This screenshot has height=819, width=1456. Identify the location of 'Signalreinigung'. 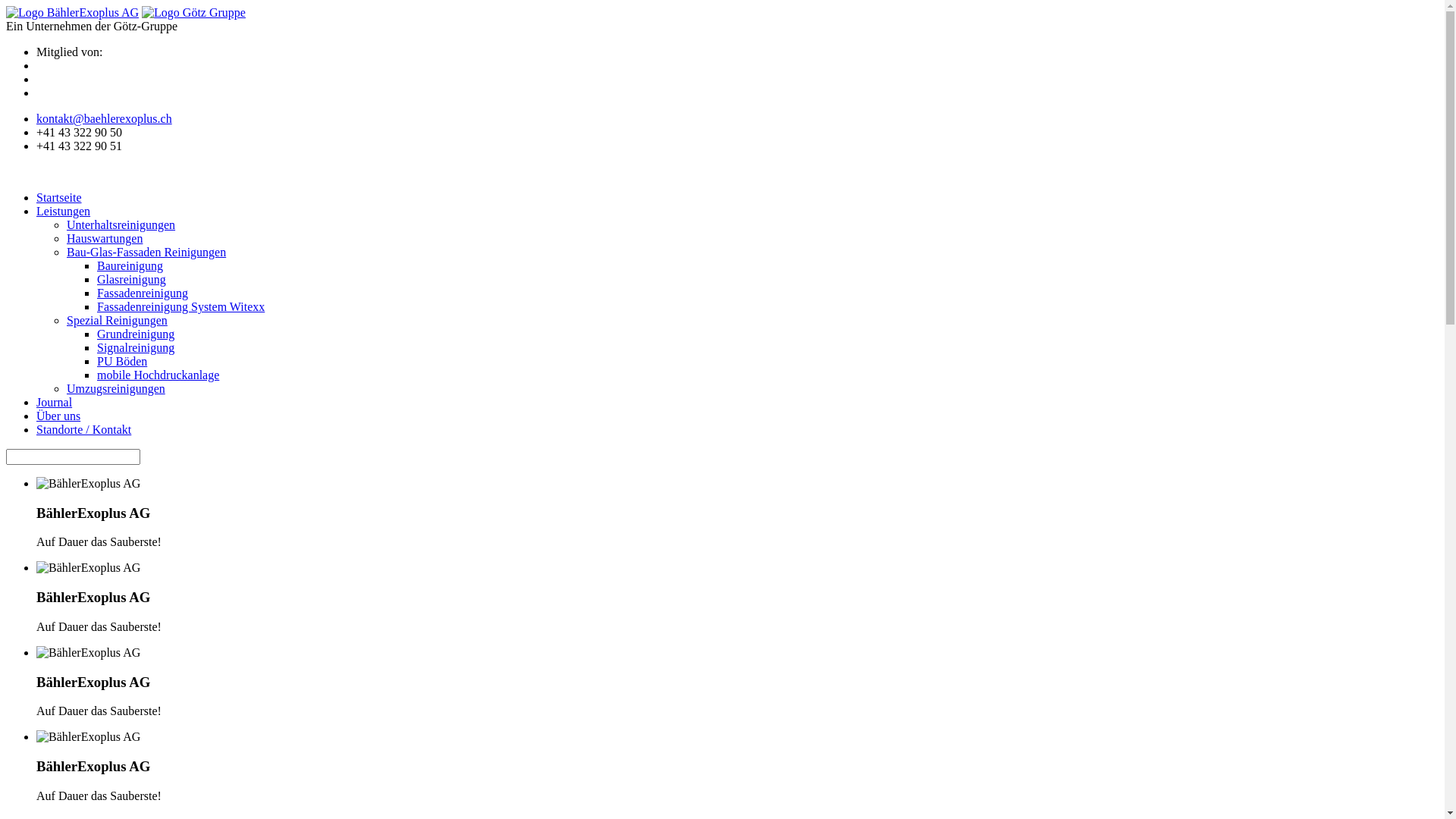
(135, 347).